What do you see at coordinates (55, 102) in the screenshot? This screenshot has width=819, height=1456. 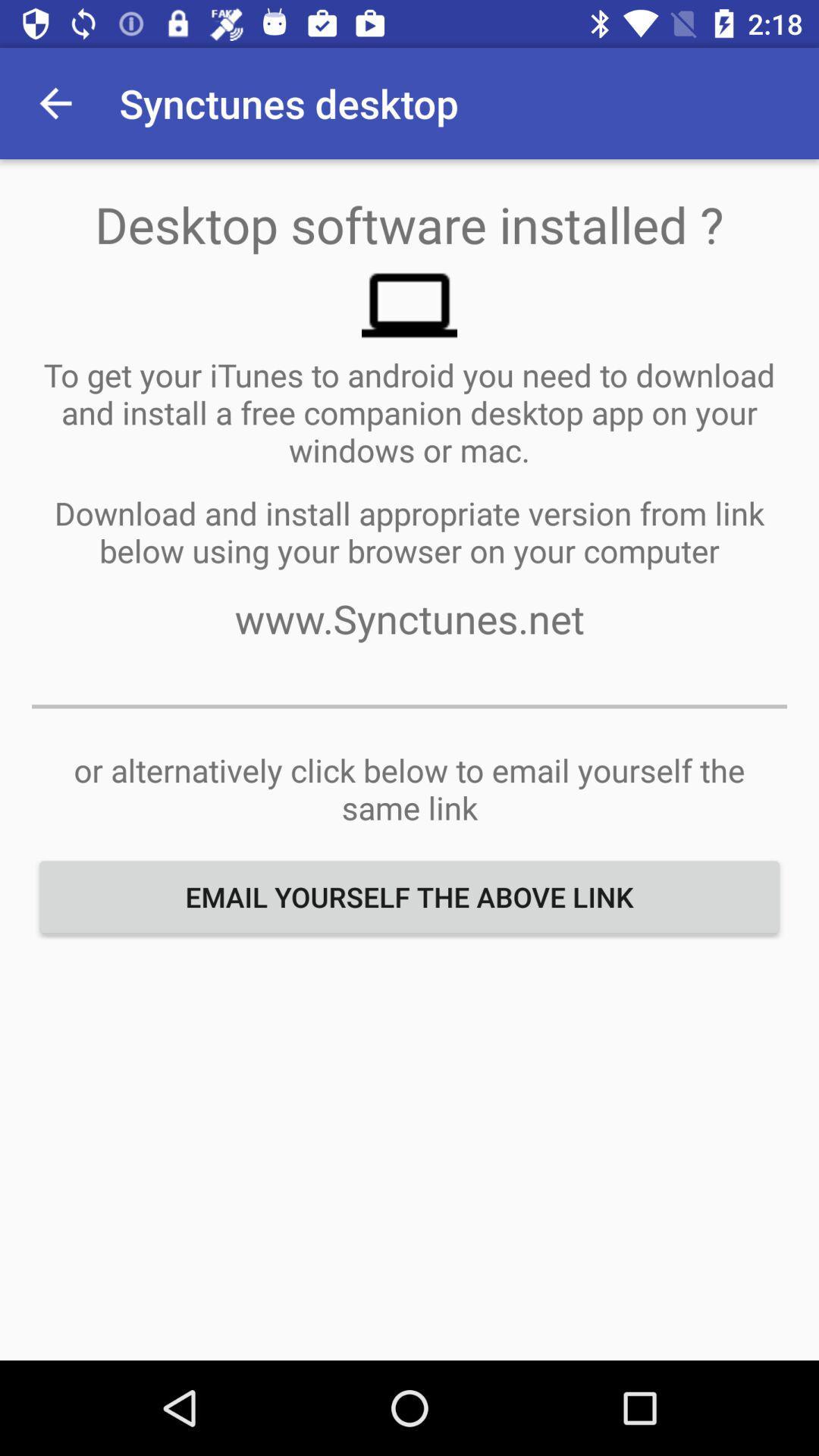 I see `icon to the left of synctunes desktop app` at bounding box center [55, 102].